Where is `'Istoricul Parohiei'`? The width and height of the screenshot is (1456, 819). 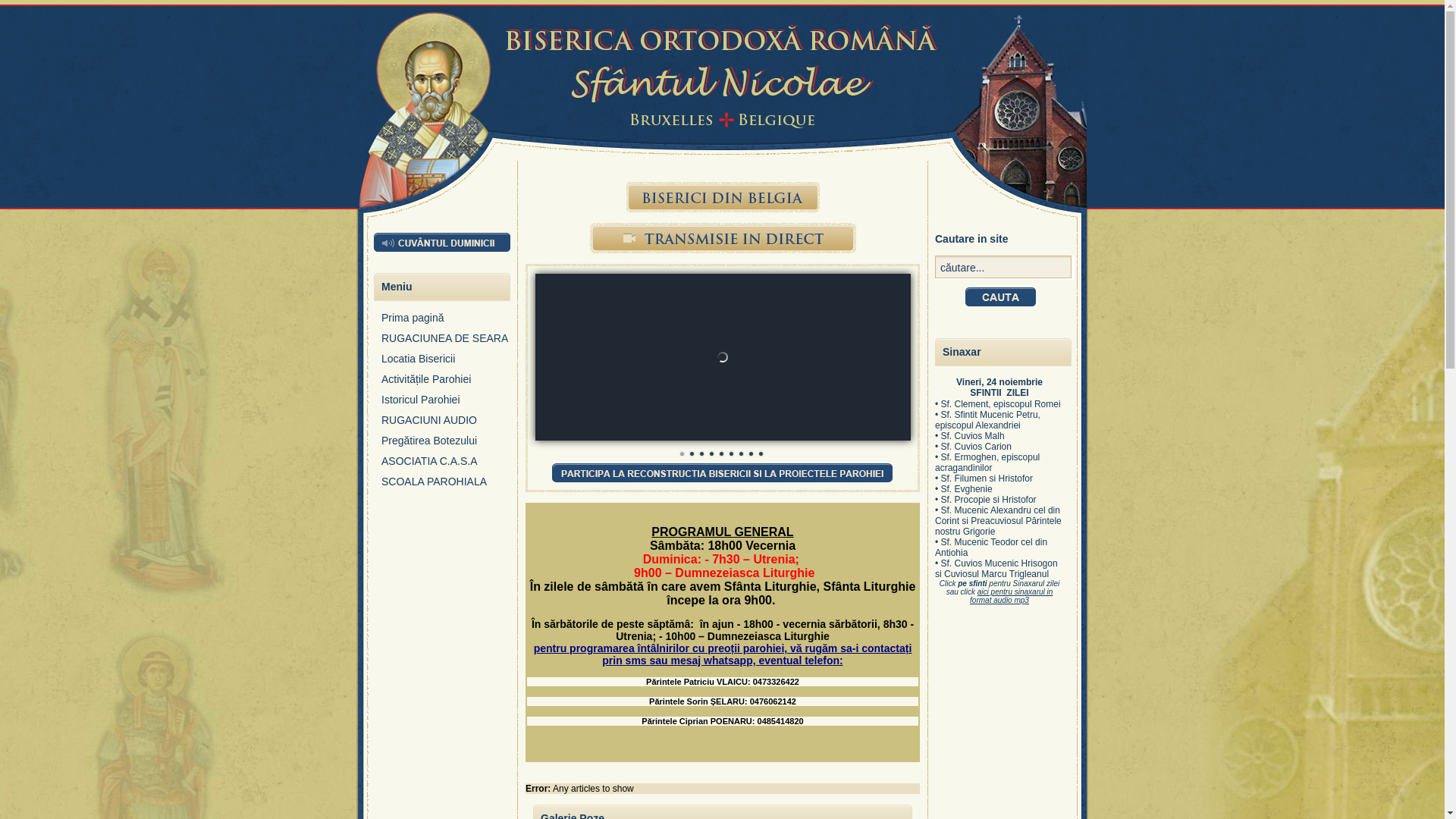
'Istoricul Parohiei' is located at coordinates (445, 403).